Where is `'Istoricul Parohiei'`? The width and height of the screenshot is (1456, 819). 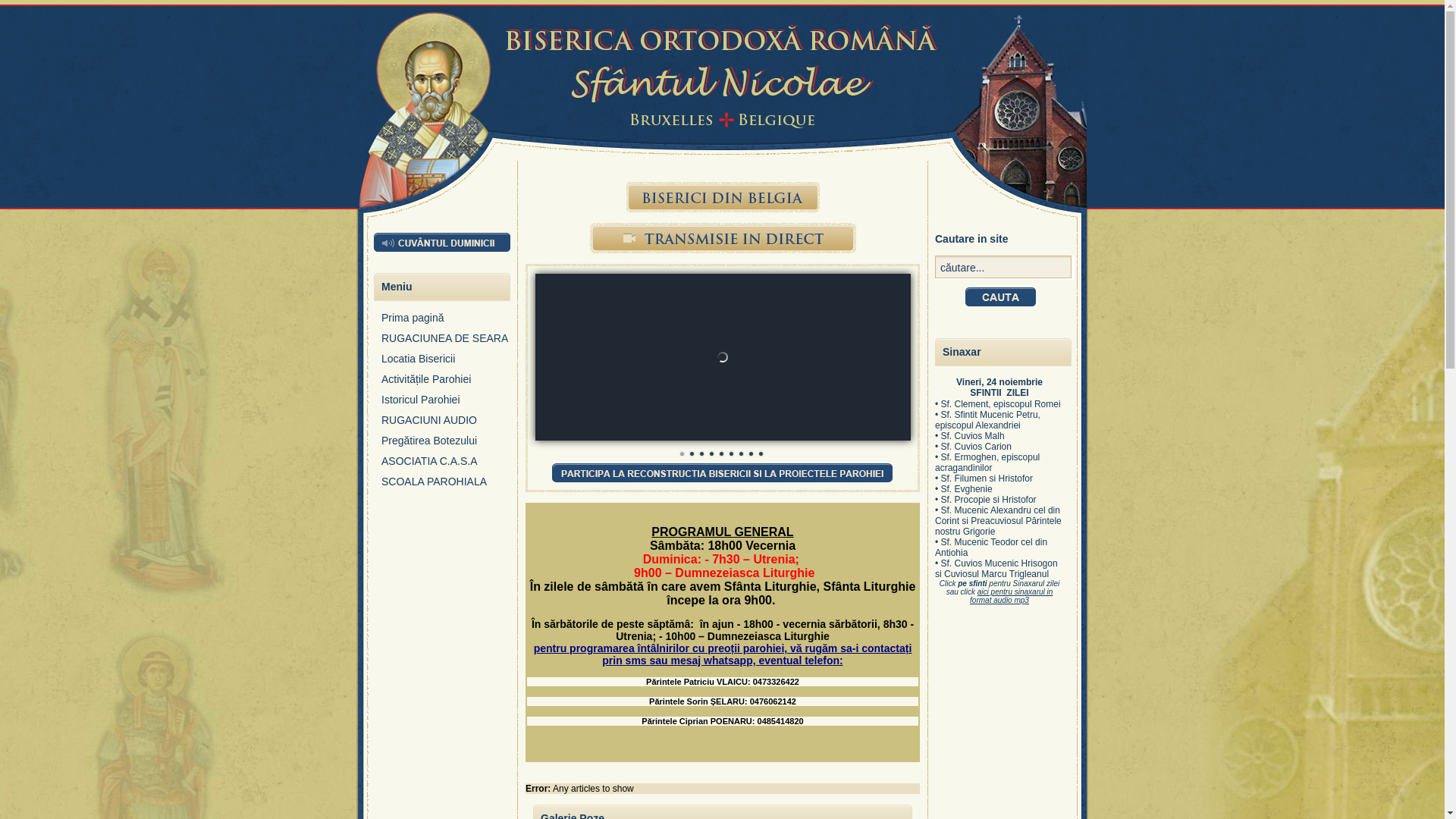
'Istoricul Parohiei' is located at coordinates (445, 403).